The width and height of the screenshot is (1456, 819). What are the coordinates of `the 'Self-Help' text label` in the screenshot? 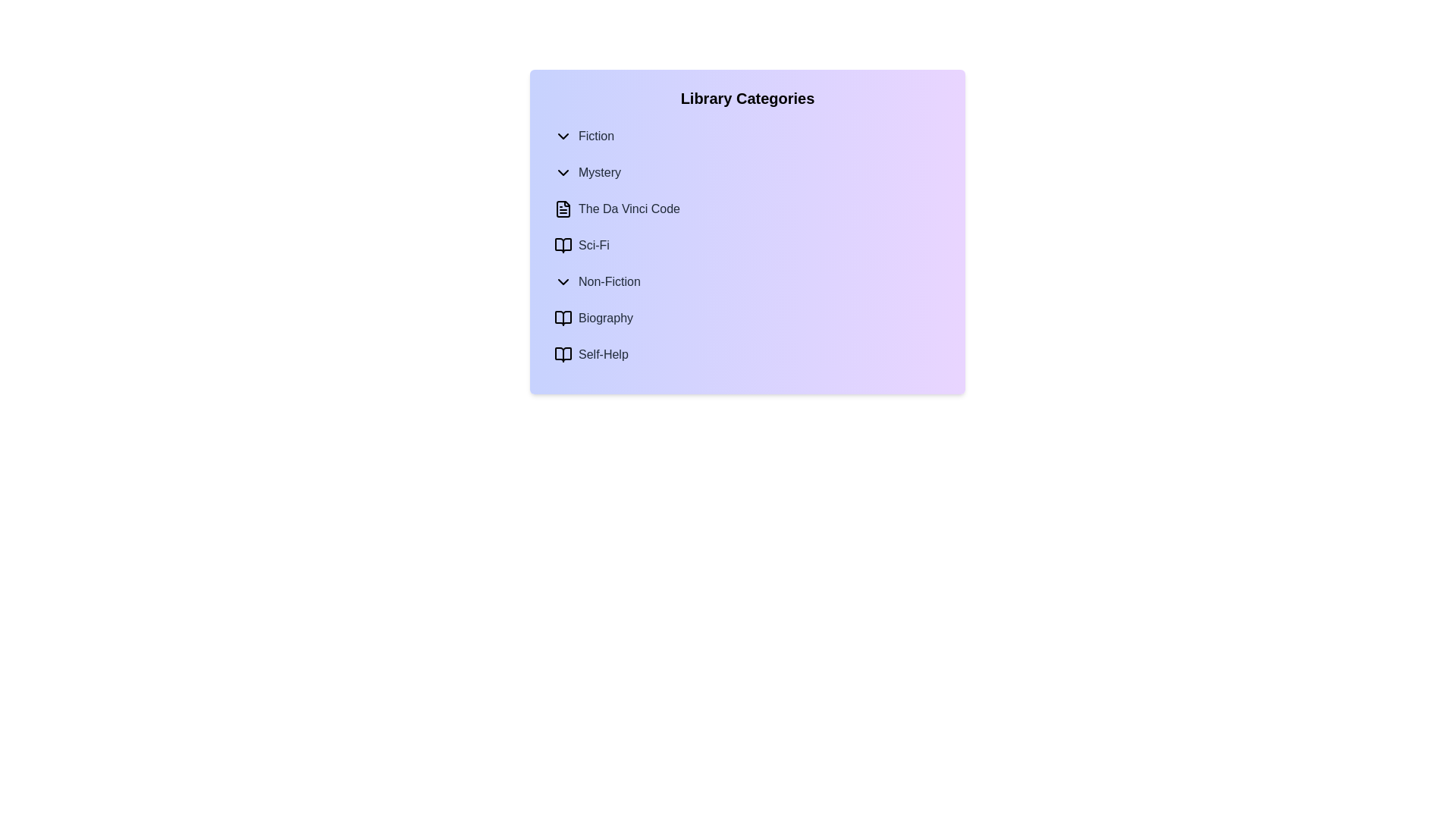 It's located at (602, 354).